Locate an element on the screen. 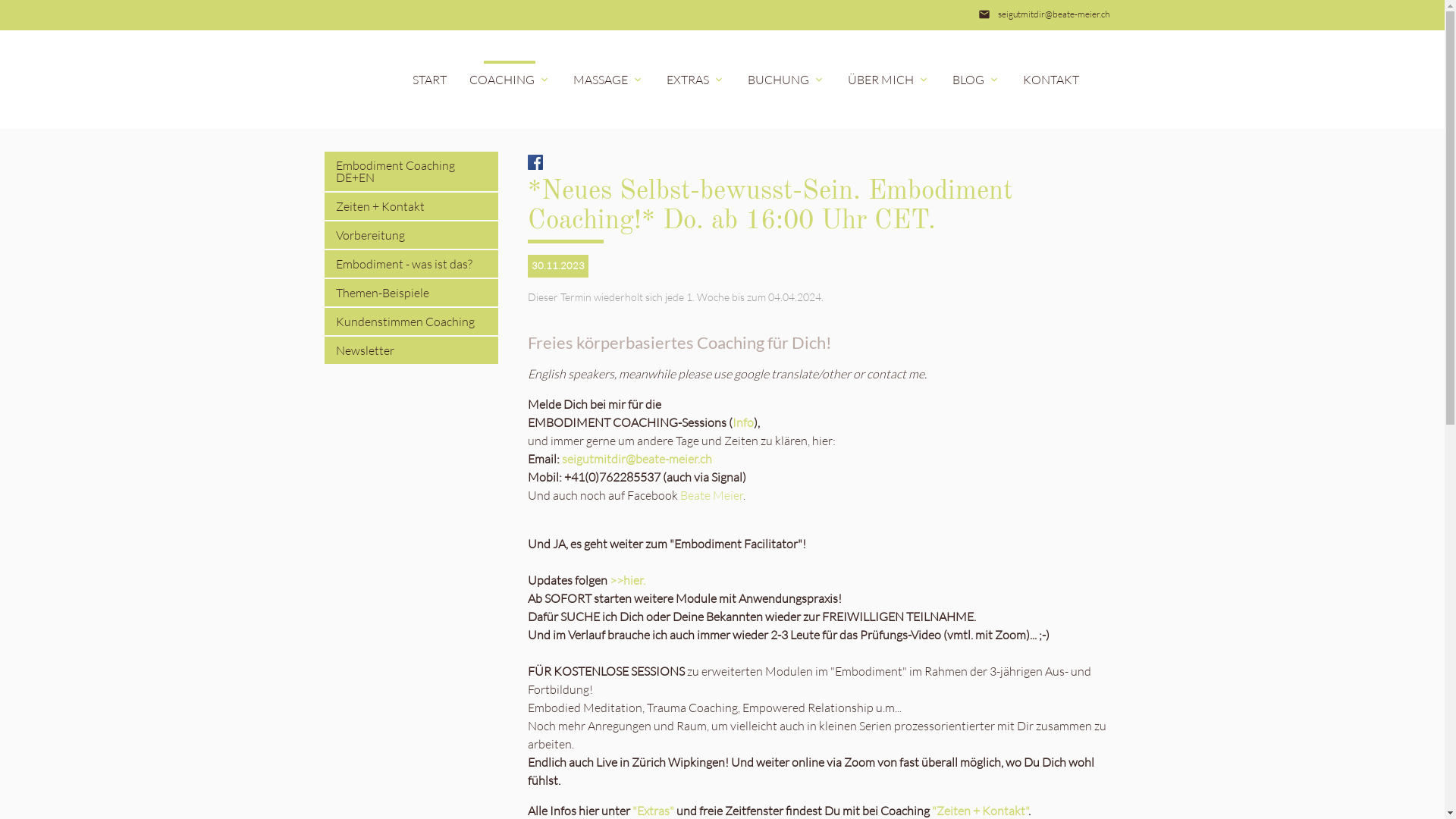 This screenshot has width=1456, height=819. '"Extras"' is located at coordinates (653, 809).